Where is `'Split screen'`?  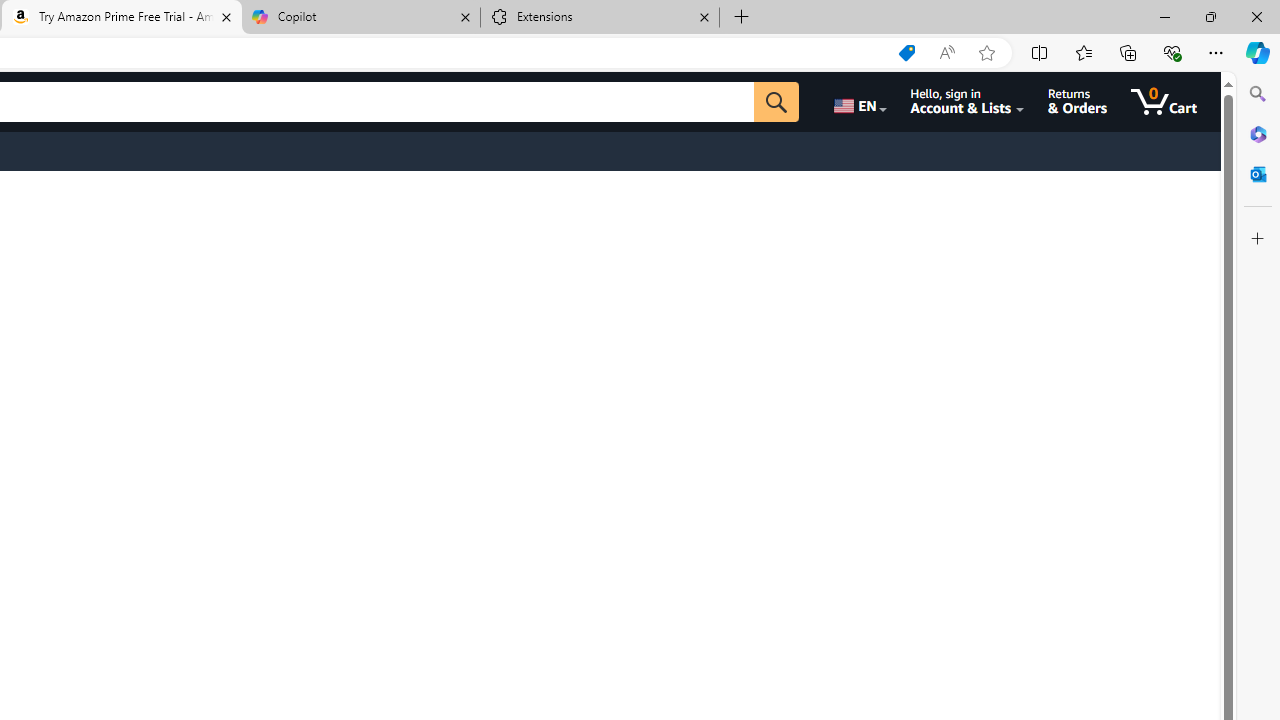 'Split screen' is located at coordinates (1040, 51).